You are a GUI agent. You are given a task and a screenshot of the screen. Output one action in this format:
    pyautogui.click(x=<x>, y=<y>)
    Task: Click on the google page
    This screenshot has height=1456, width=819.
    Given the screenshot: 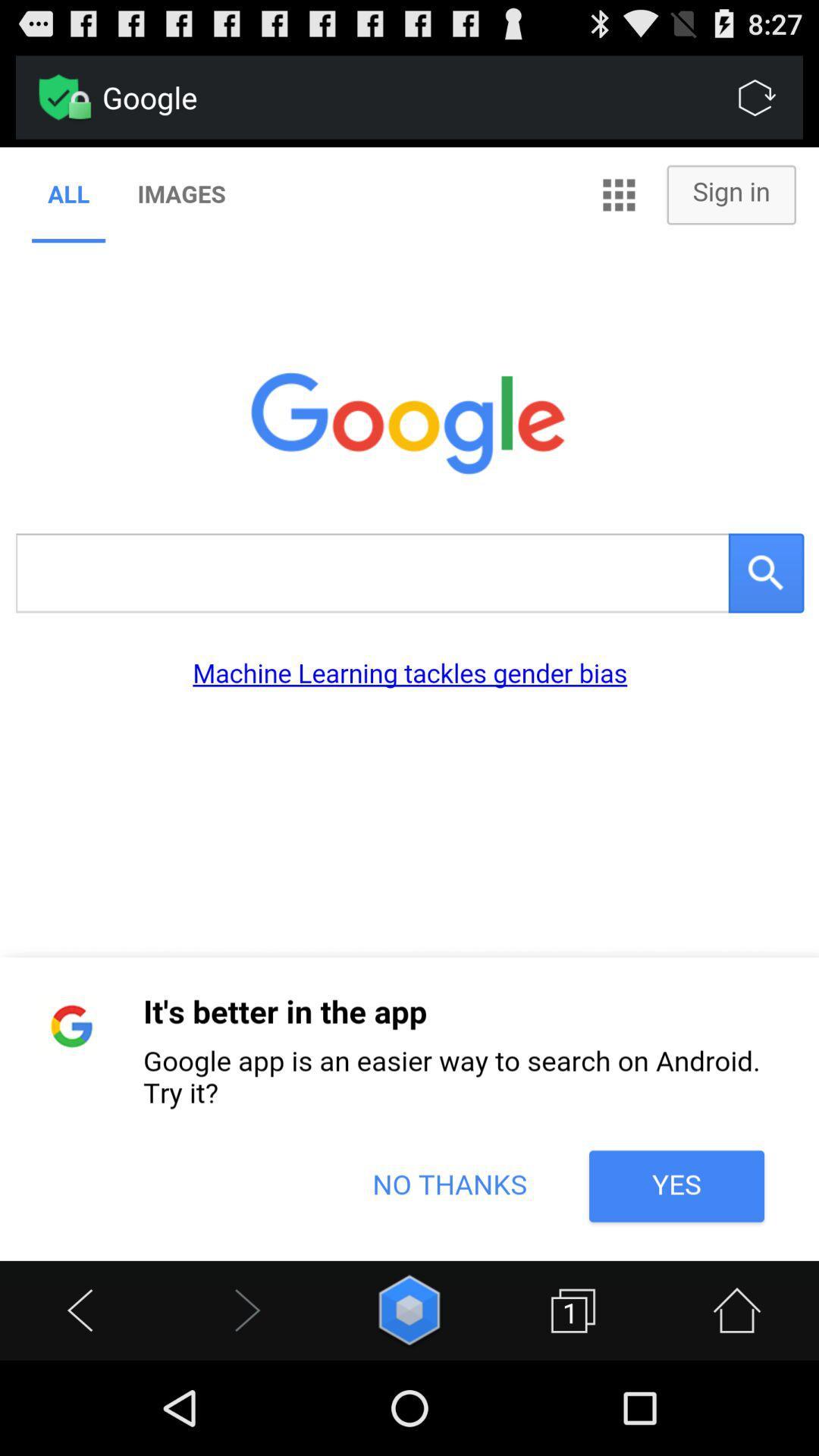 What is the action you would take?
    pyautogui.click(x=409, y=703)
    